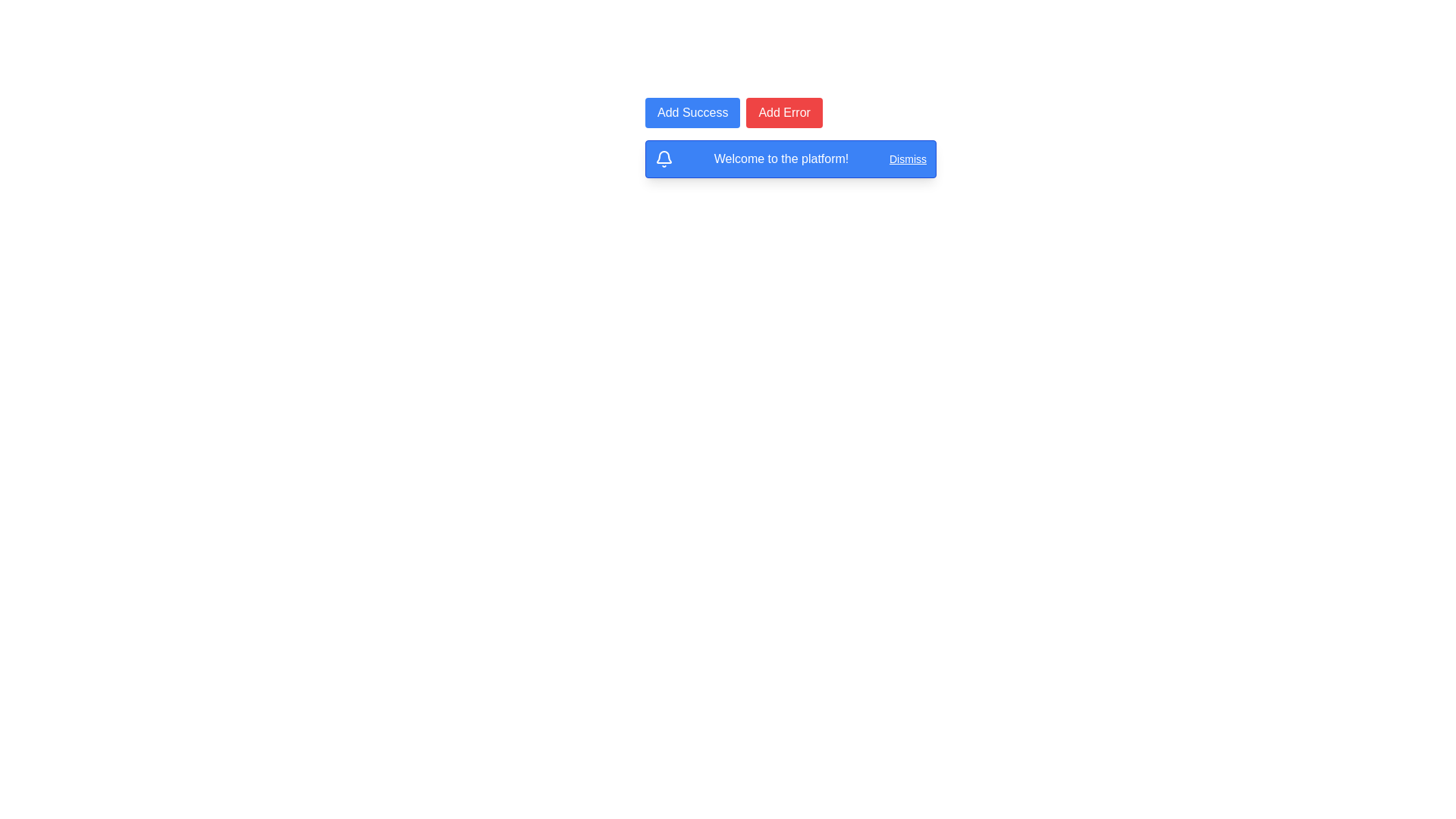  I want to click on the hyperlink styled as a button located in the top-right corner of the notification banner, so click(908, 158).